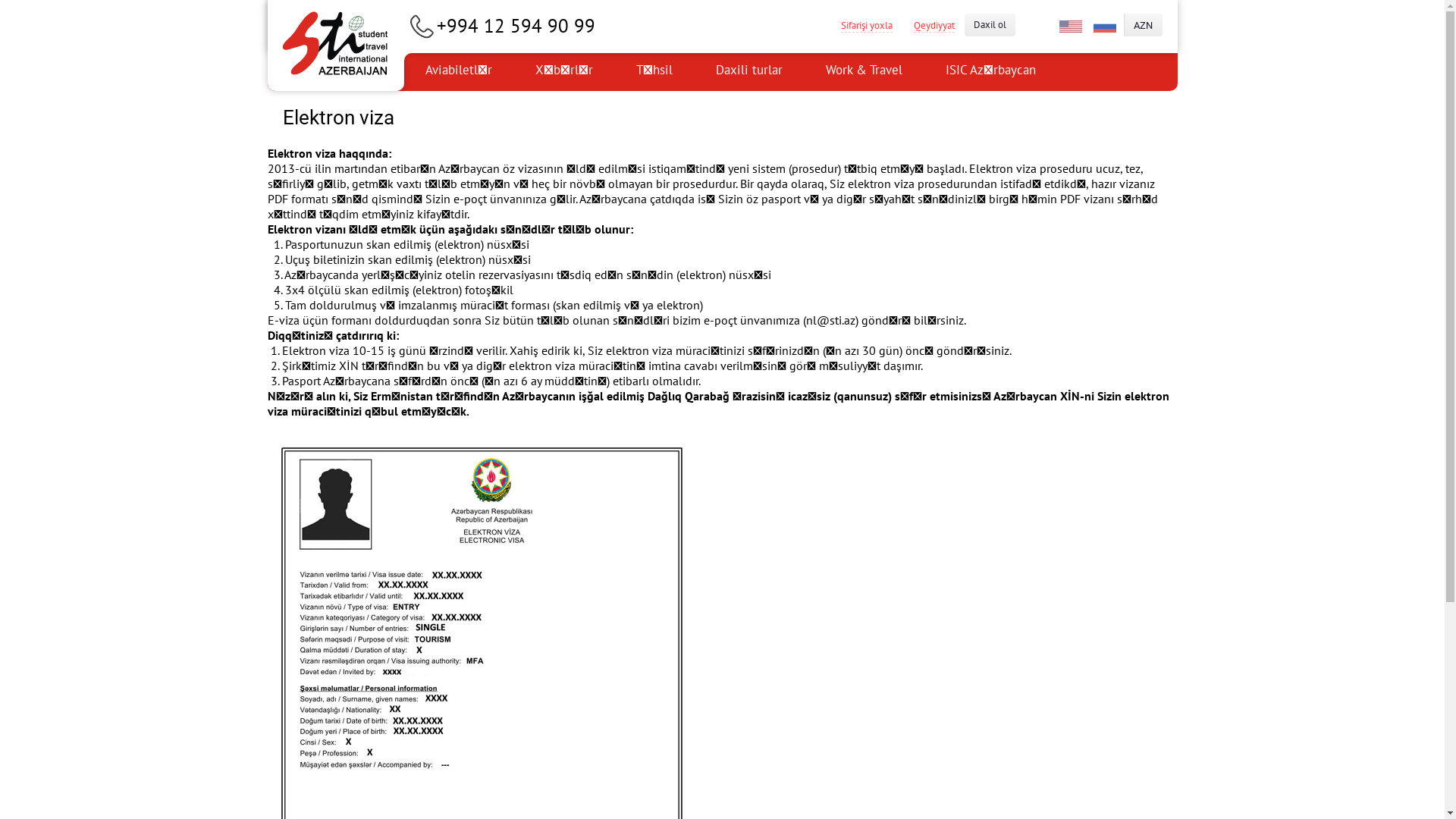 The image size is (1456, 819). Describe the element at coordinates (990, 25) in the screenshot. I see `'Daxil ol'` at that location.